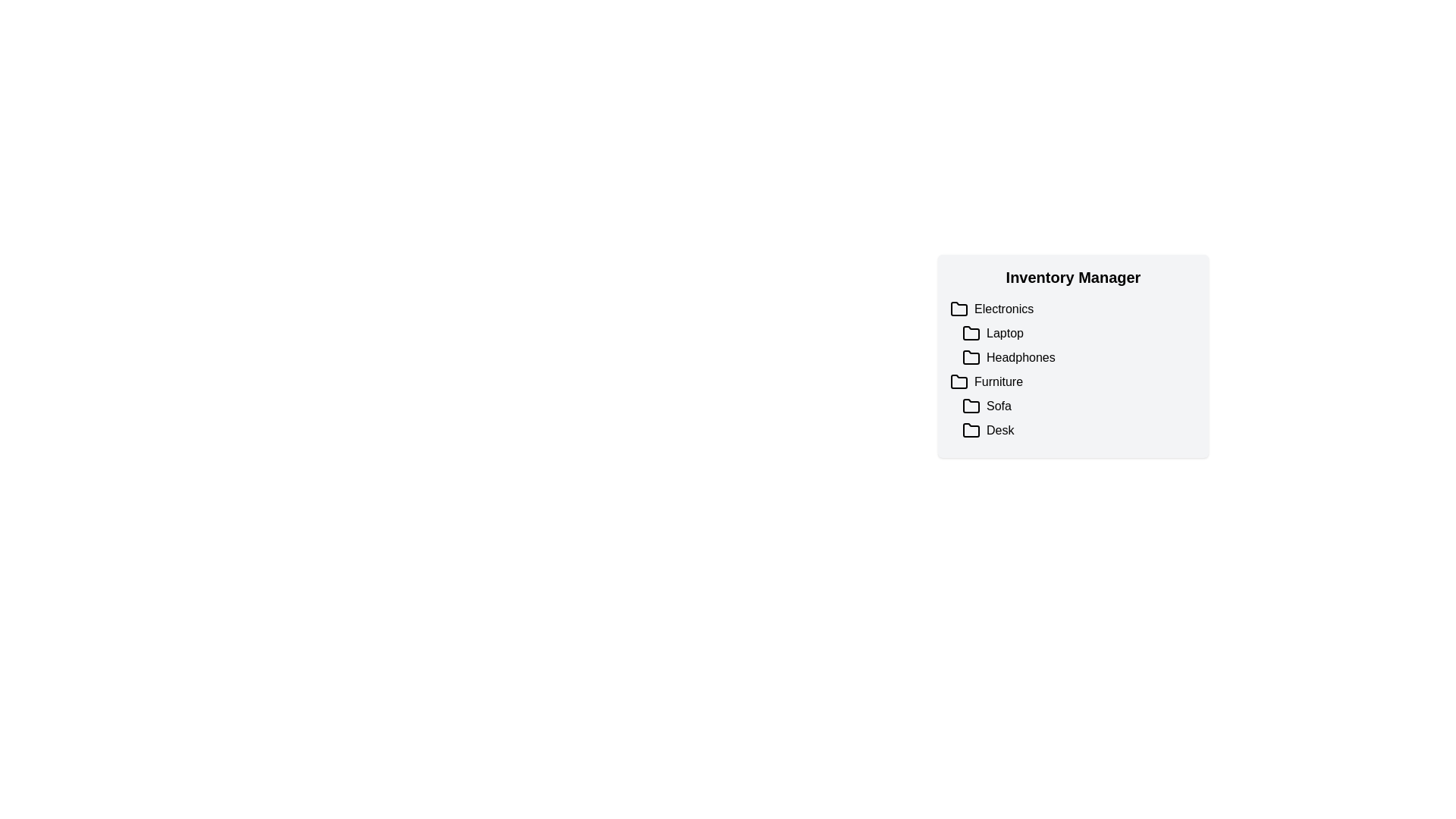 The width and height of the screenshot is (1456, 819). What do you see at coordinates (971, 405) in the screenshot?
I see `the fourth folder icon next to the text 'Sofa' under the 'Furniture' category` at bounding box center [971, 405].